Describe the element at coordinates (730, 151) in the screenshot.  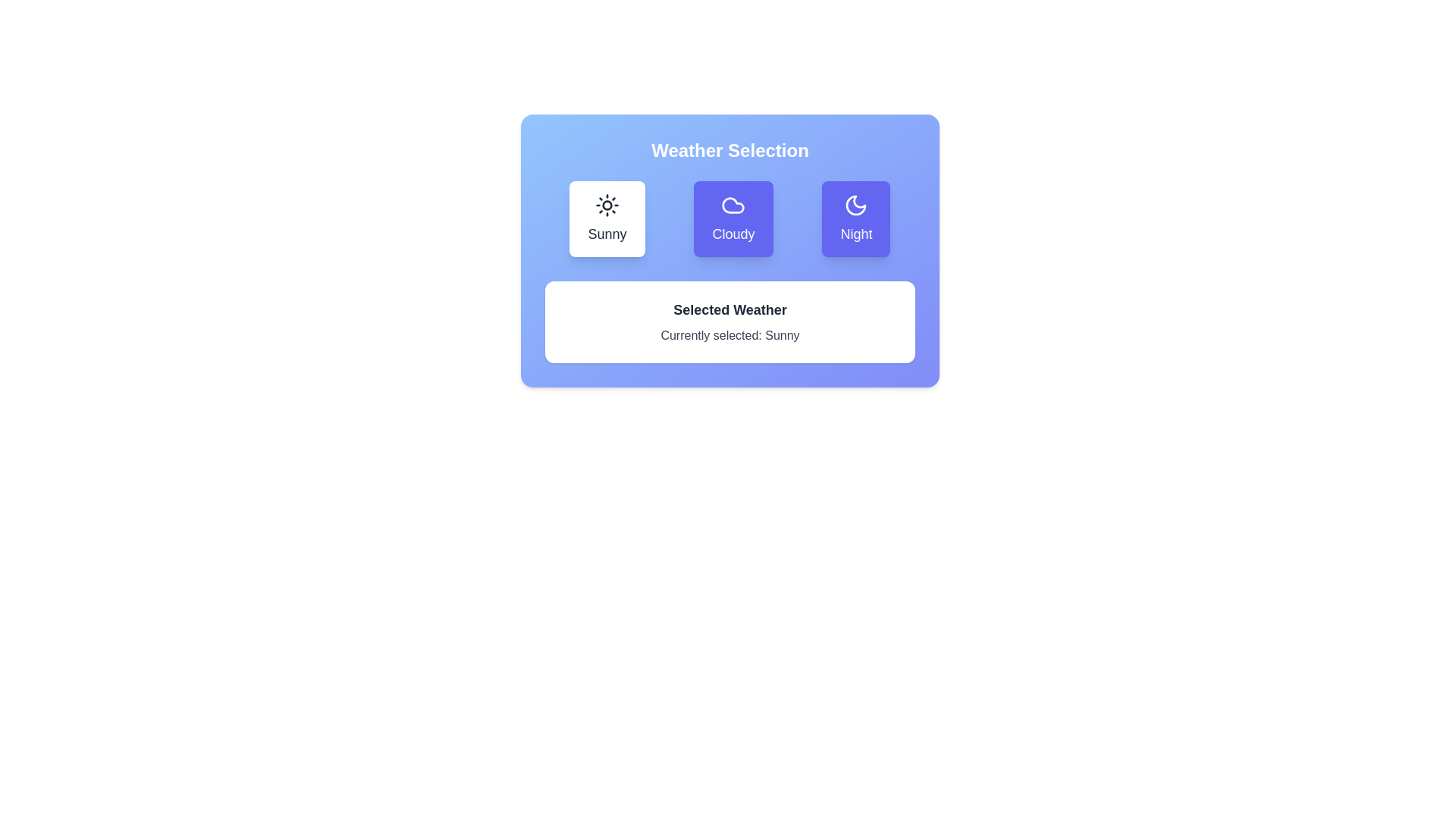
I see `text from the header titled 'Weather Selection' located at the top of the card section, which is positioned above the weather options` at that location.